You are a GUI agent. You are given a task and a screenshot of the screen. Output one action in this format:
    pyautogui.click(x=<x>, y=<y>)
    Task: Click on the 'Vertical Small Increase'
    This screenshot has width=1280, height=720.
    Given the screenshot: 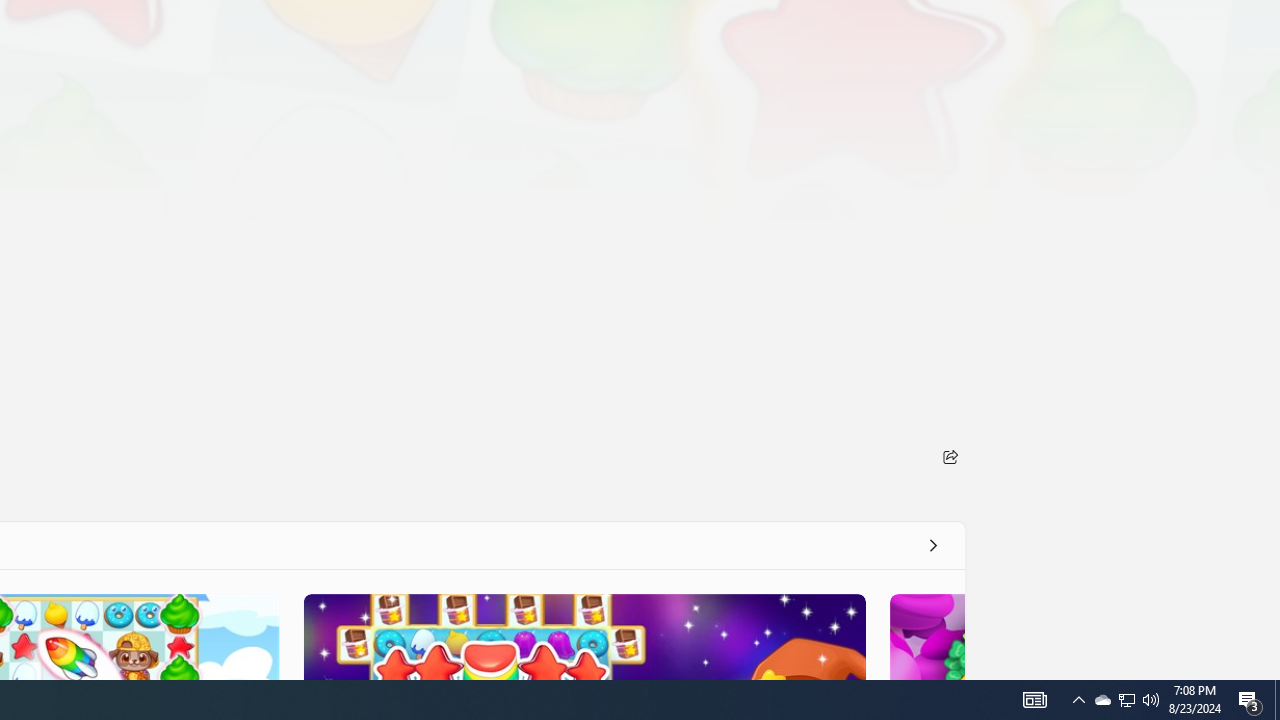 What is the action you would take?
    pyautogui.click(x=1271, y=672)
    